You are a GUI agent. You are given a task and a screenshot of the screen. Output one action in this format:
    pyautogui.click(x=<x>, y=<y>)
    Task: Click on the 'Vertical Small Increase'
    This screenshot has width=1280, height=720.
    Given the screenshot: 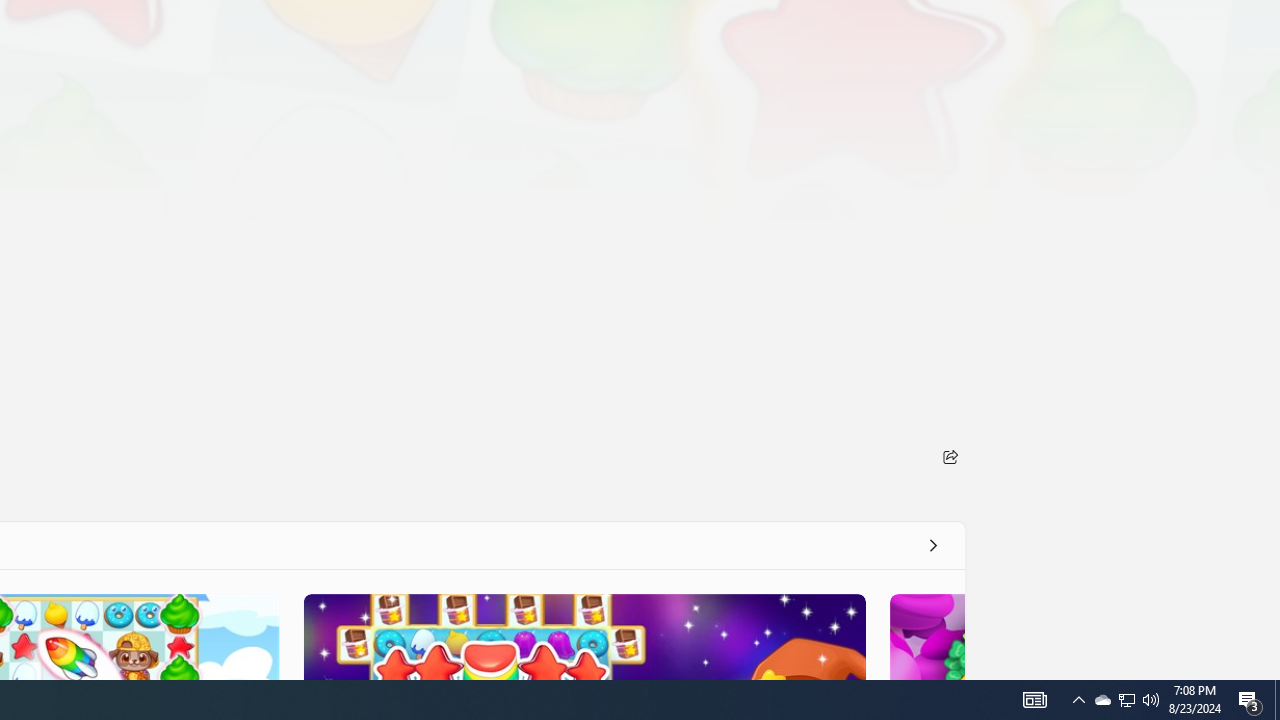 What is the action you would take?
    pyautogui.click(x=1271, y=672)
    